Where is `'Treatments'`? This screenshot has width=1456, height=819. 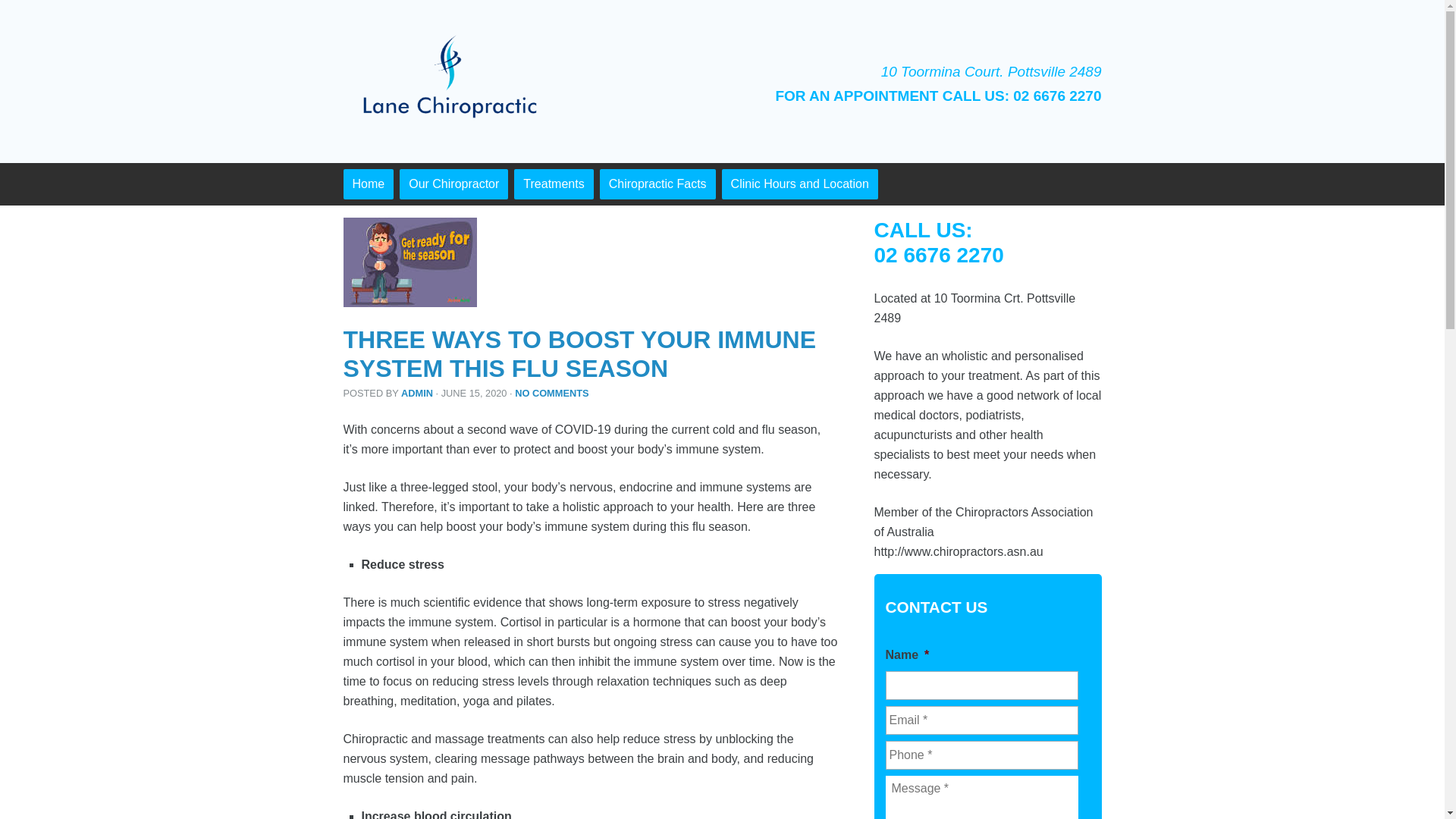 'Treatments' is located at coordinates (513, 184).